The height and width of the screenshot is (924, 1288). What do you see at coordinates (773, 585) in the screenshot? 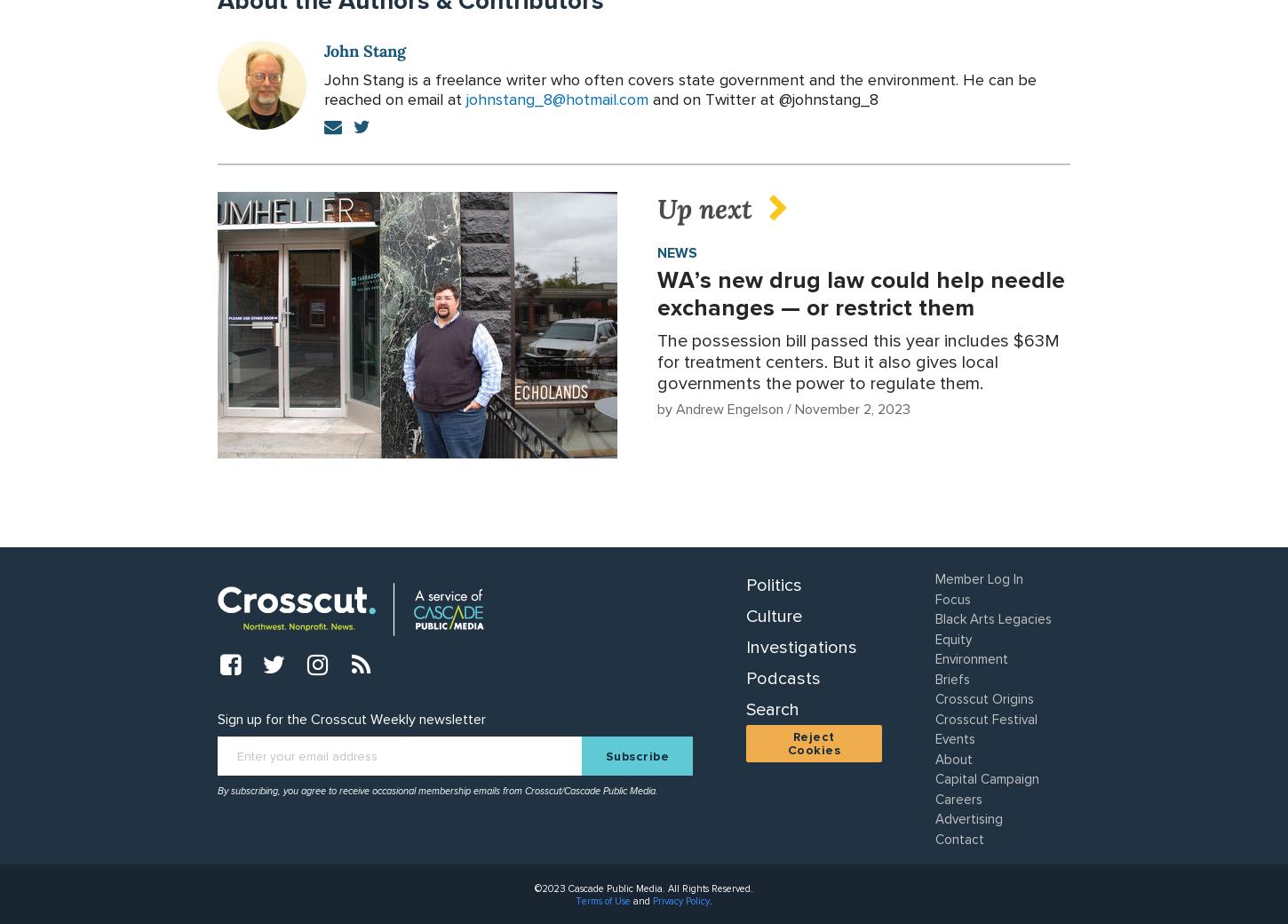
I see `'Politics'` at bounding box center [773, 585].